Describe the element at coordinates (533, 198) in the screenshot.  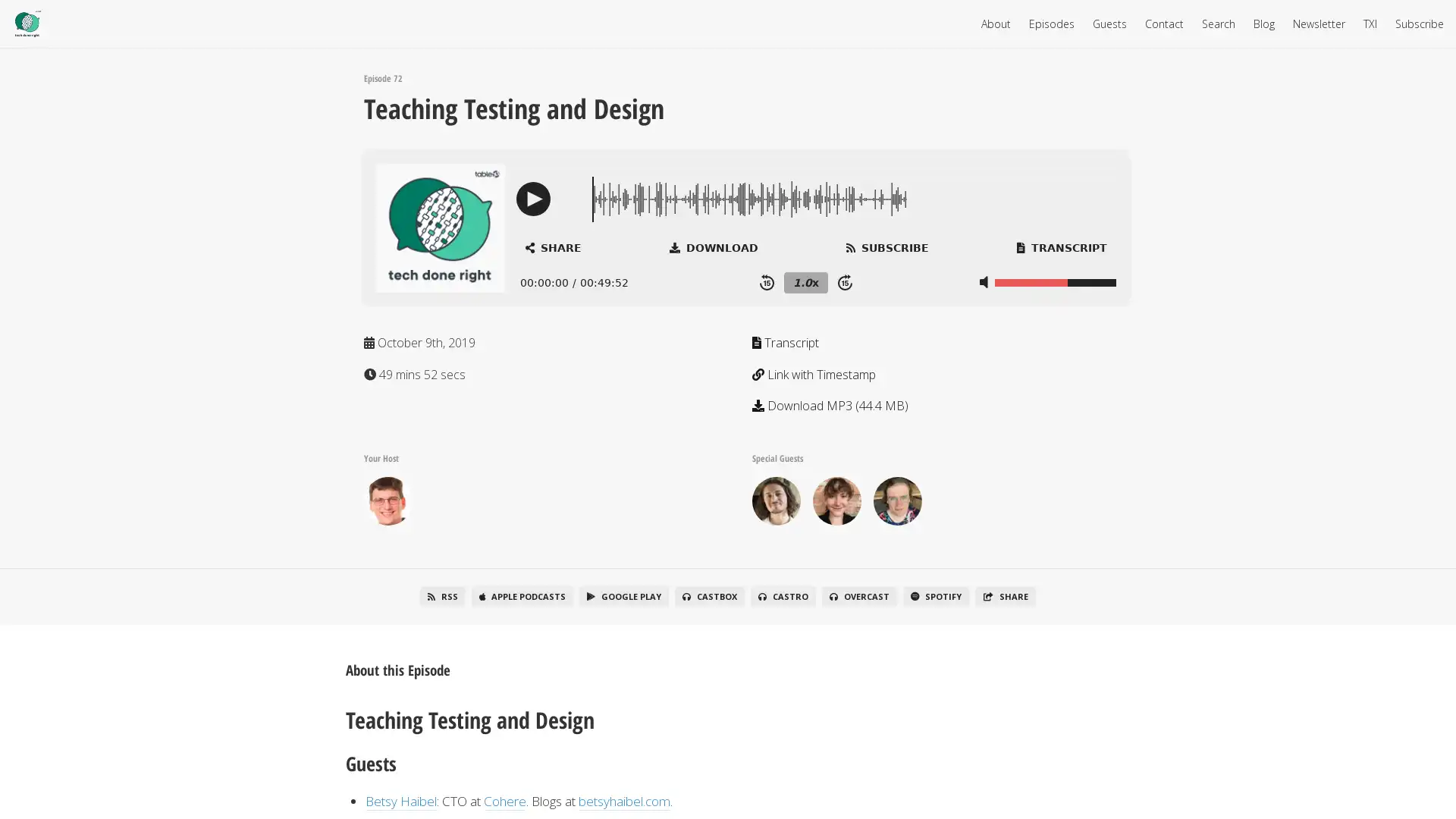
I see `Play or Pause` at that location.